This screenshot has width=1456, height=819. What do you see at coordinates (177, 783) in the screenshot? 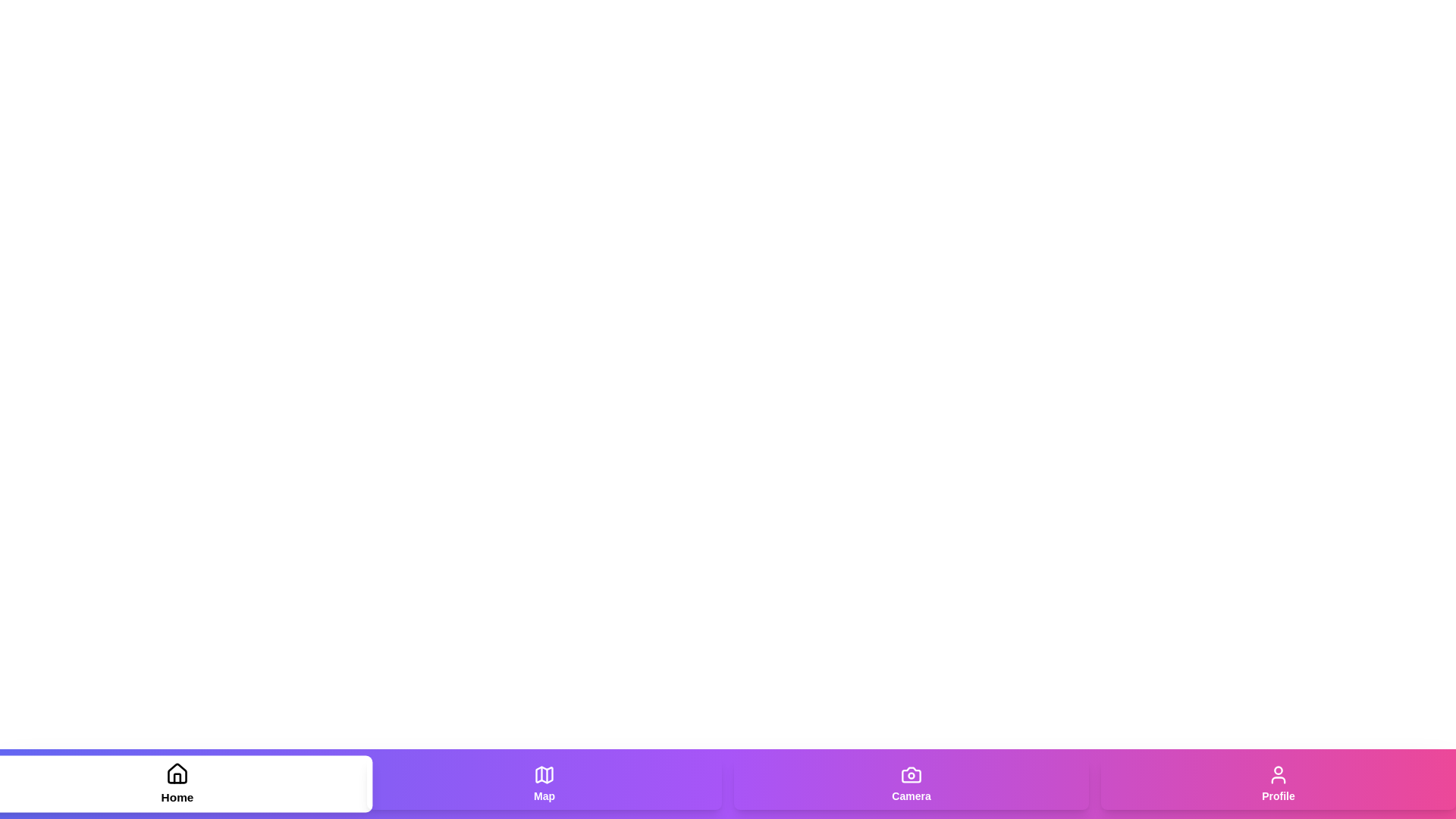
I see `the Home tab to navigate to its section` at bounding box center [177, 783].